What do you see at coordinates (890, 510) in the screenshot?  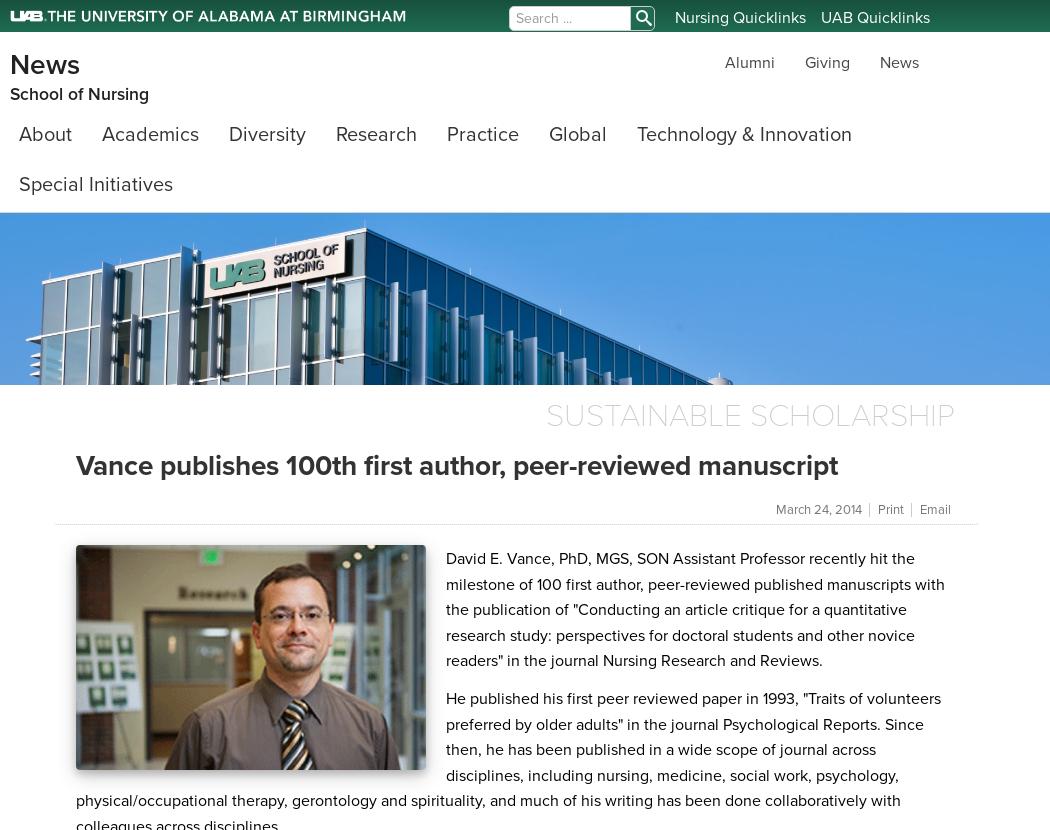 I see `'Print'` at bounding box center [890, 510].